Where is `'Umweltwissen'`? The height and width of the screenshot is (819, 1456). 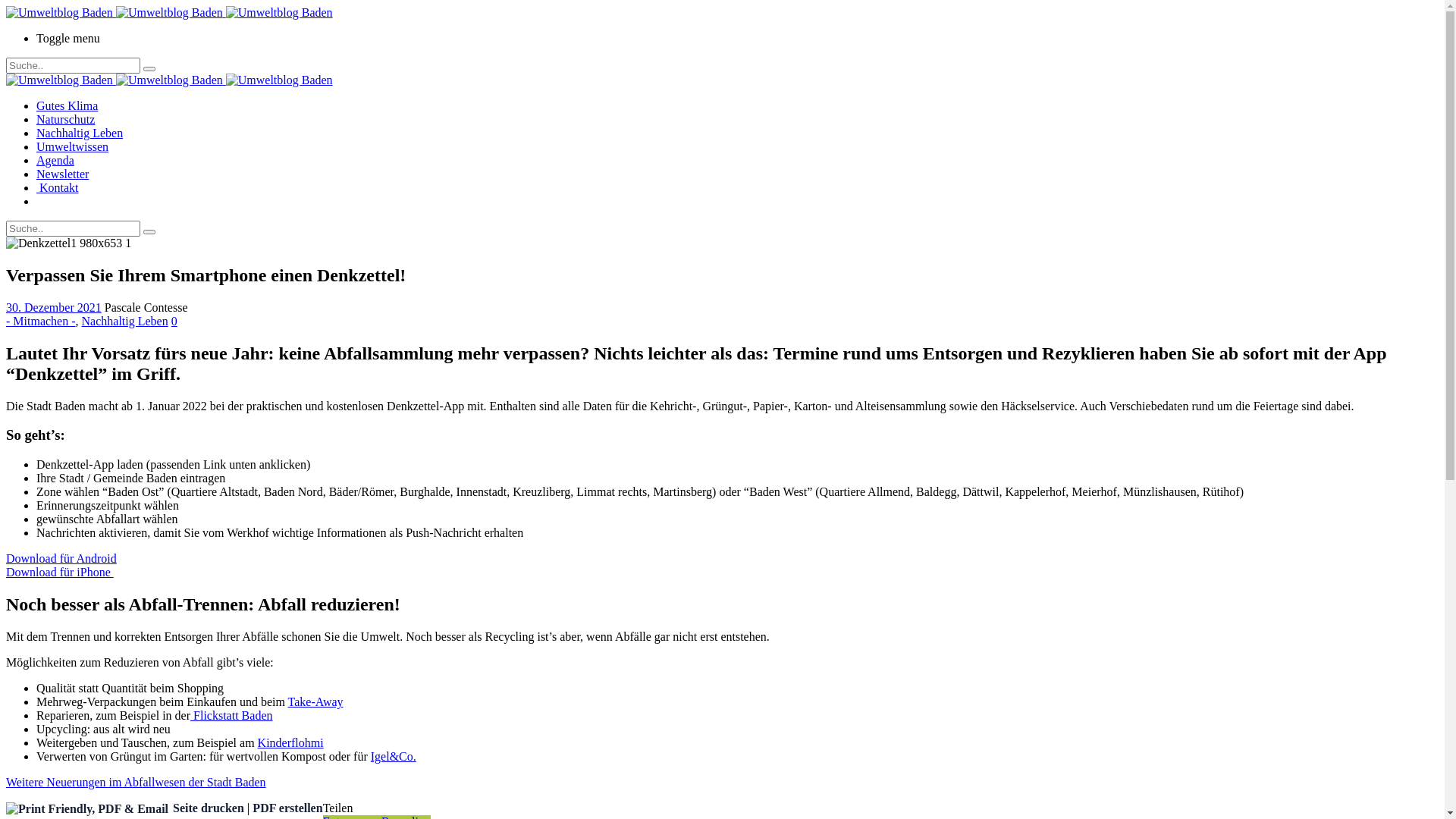 'Umweltwissen' is located at coordinates (71, 146).